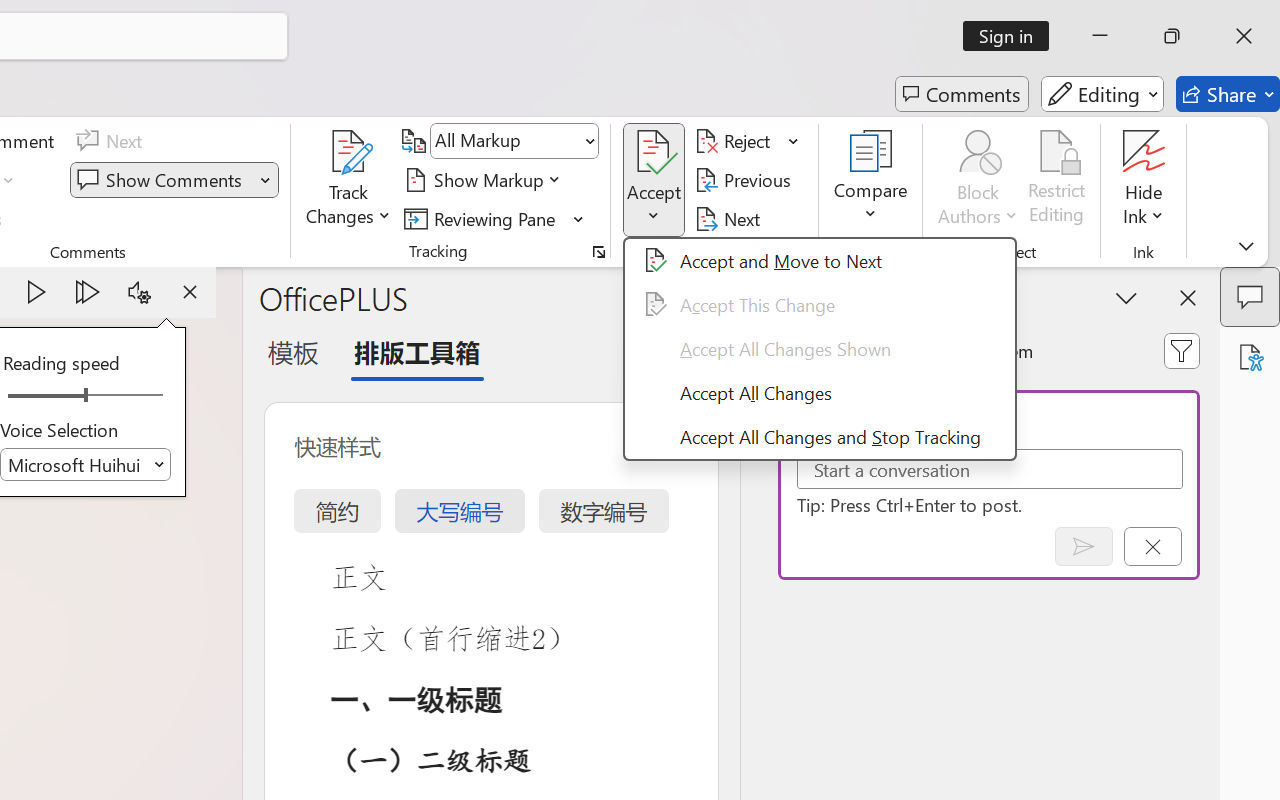 Image resolution: width=1280 pixels, height=800 pixels. Describe the element at coordinates (1248, 357) in the screenshot. I see `'Accessibility Assistant'` at that location.